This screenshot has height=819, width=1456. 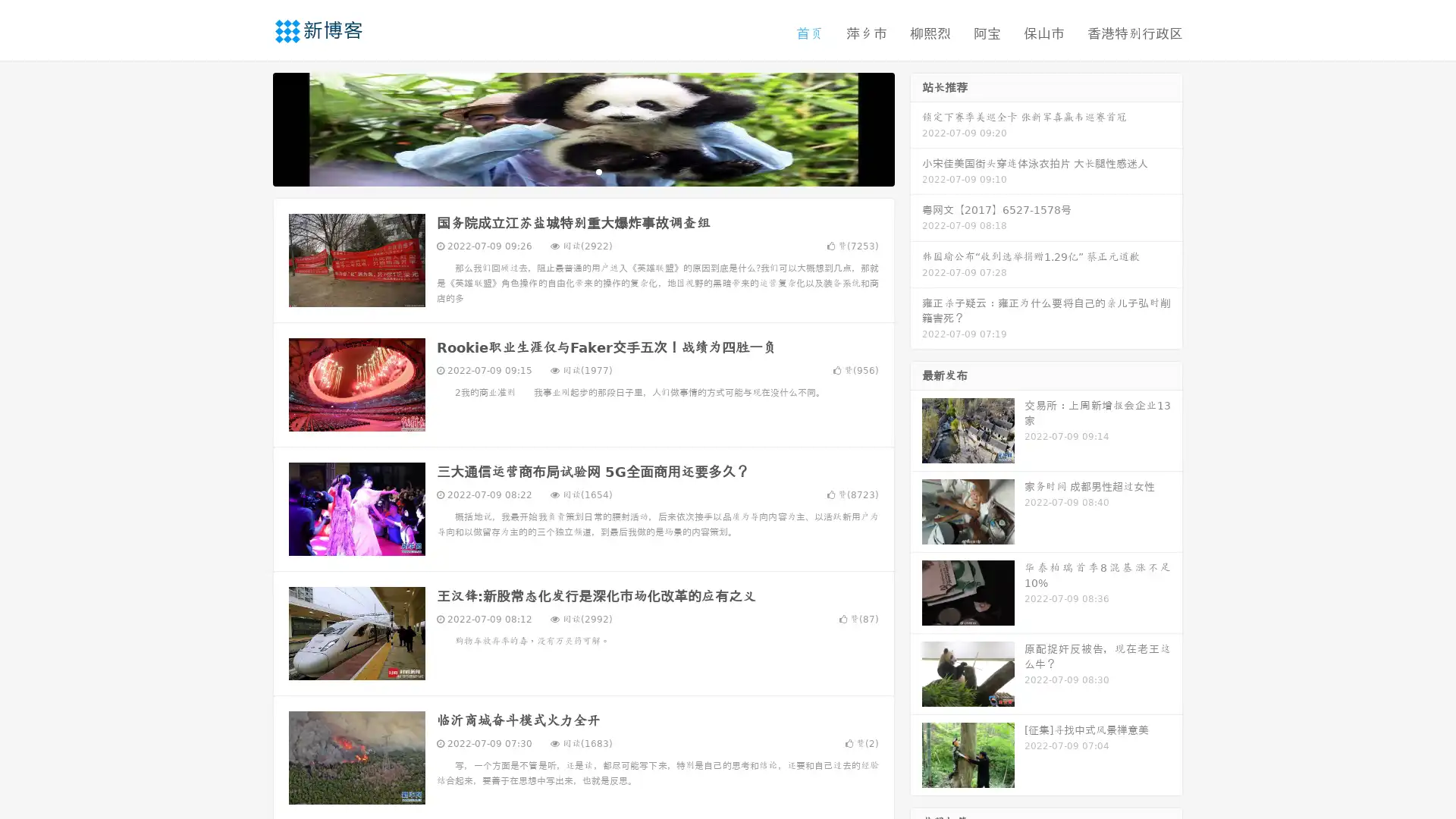 I want to click on Go to slide 3, so click(x=598, y=171).